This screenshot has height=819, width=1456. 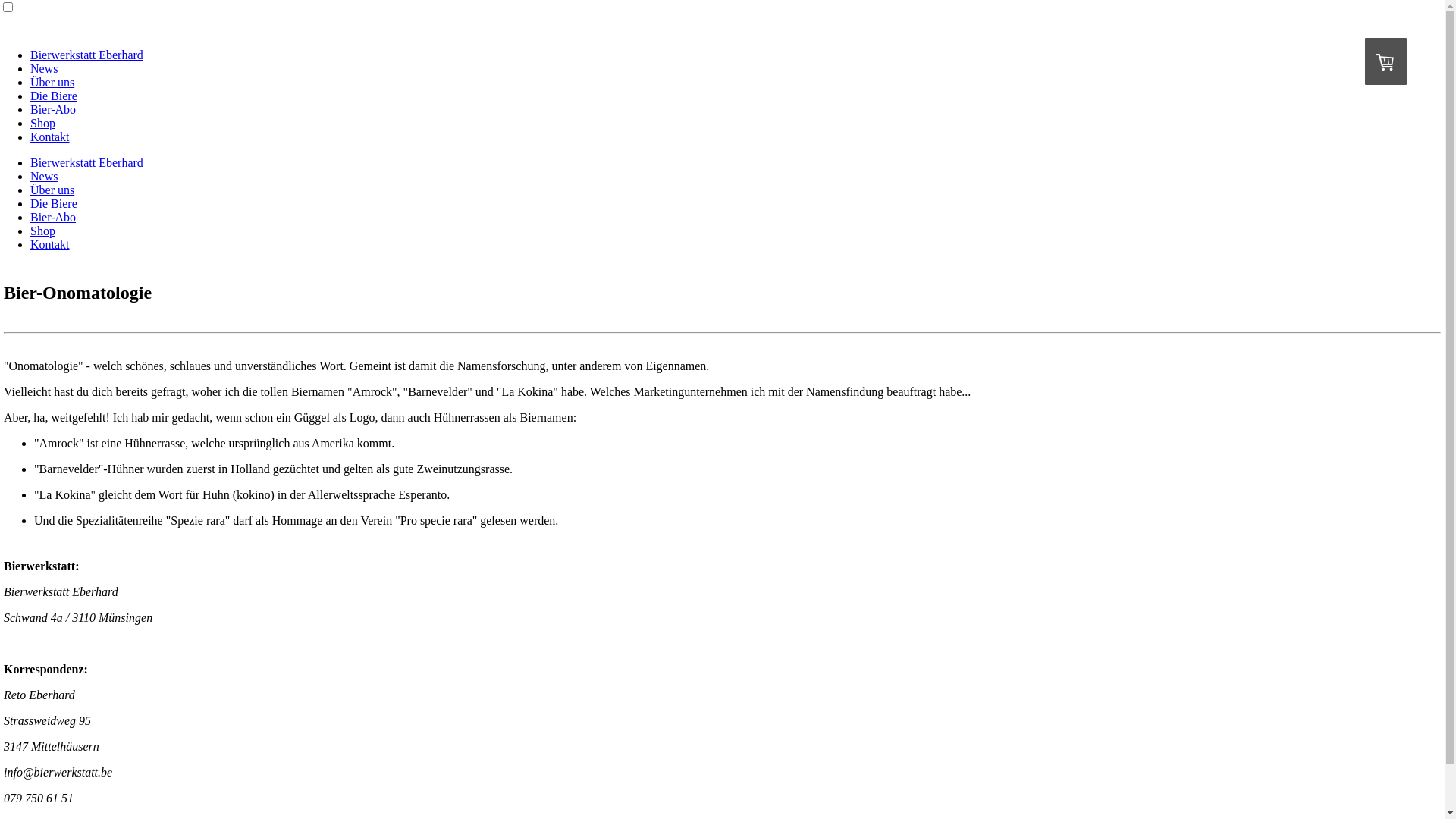 I want to click on 'Bier-Abo', so click(x=53, y=217).